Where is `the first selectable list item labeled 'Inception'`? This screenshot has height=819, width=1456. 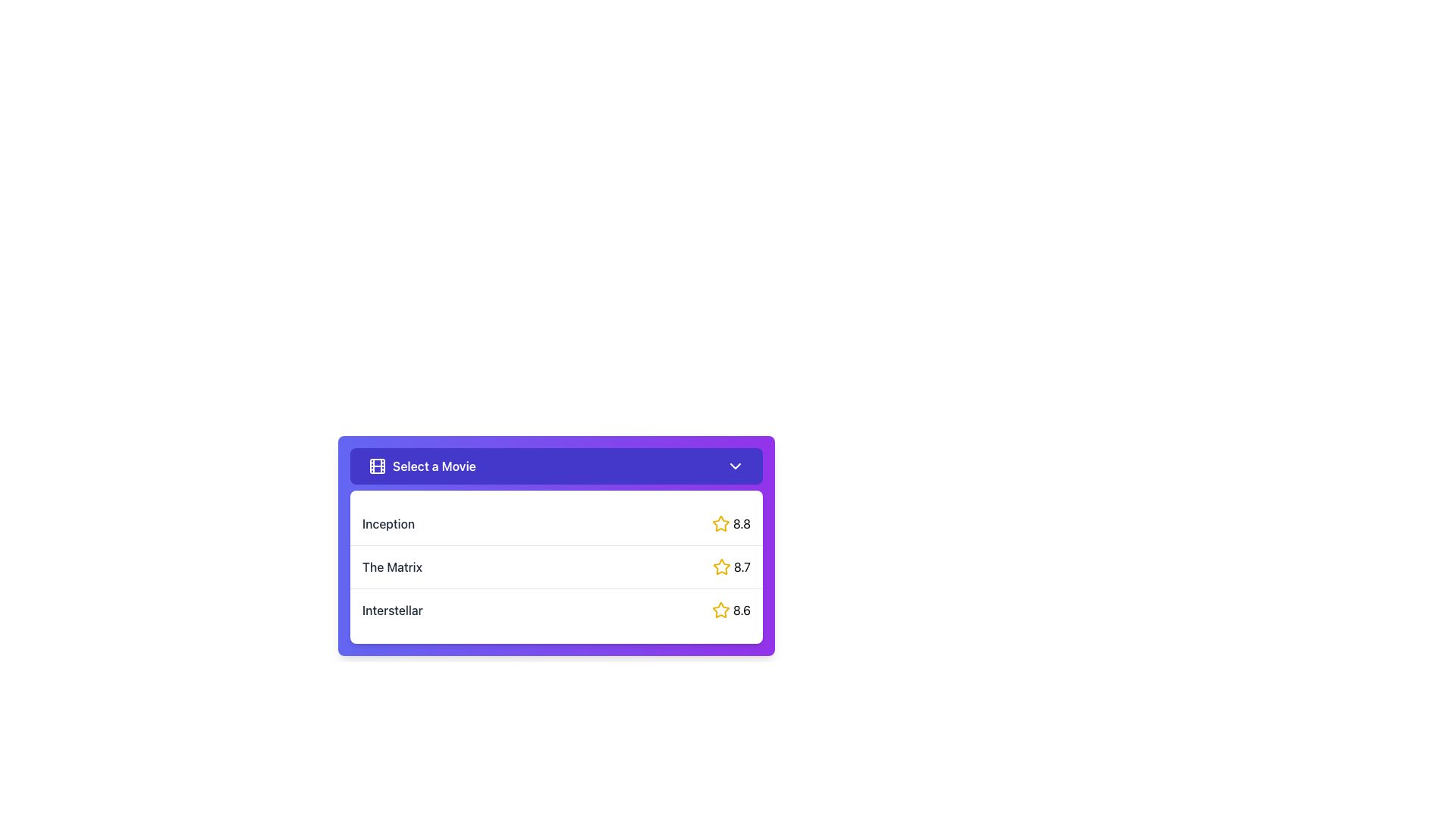
the first selectable list item labeled 'Inception' is located at coordinates (556, 522).